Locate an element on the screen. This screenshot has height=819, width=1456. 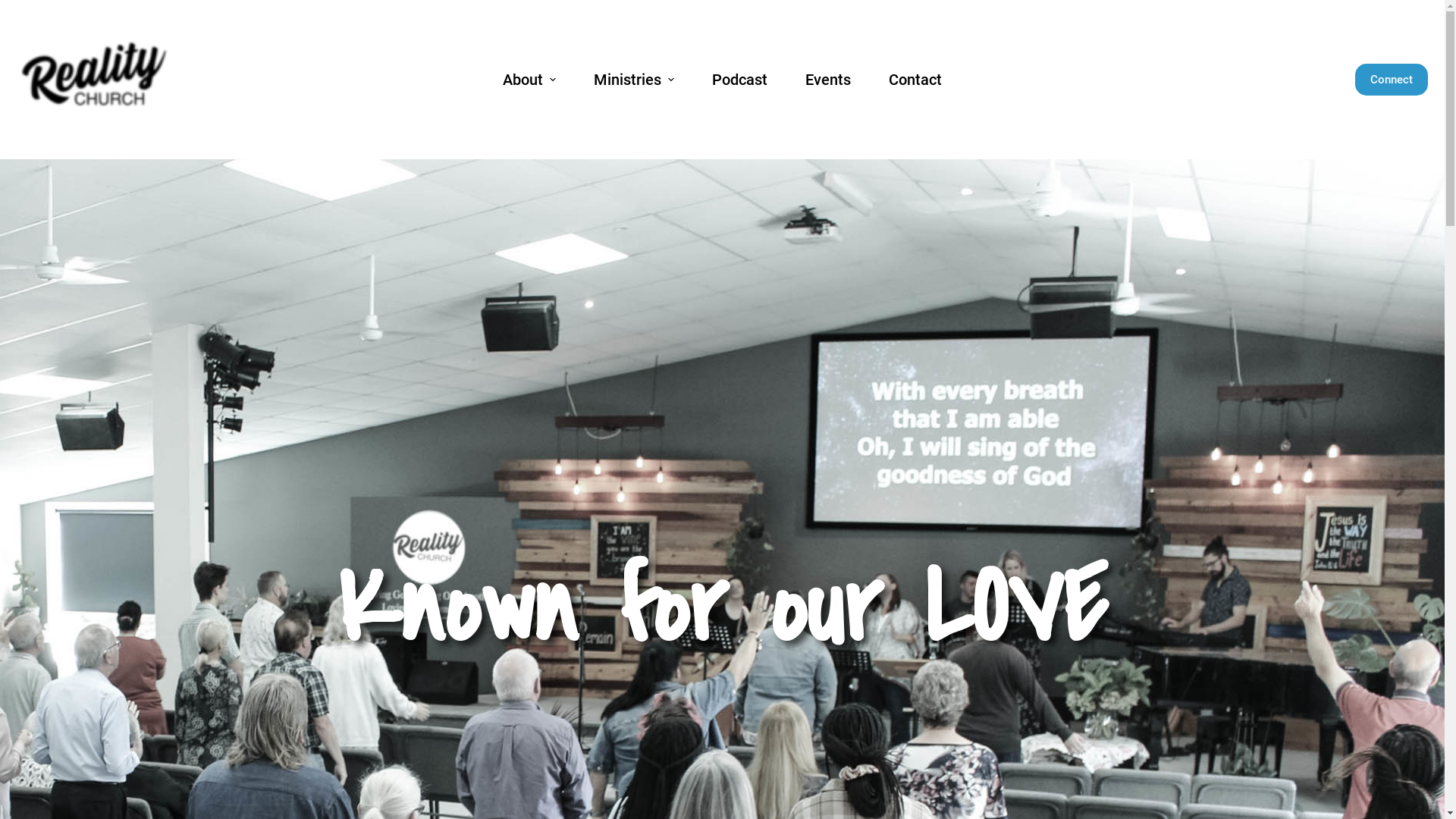
'Events' is located at coordinates (827, 79).